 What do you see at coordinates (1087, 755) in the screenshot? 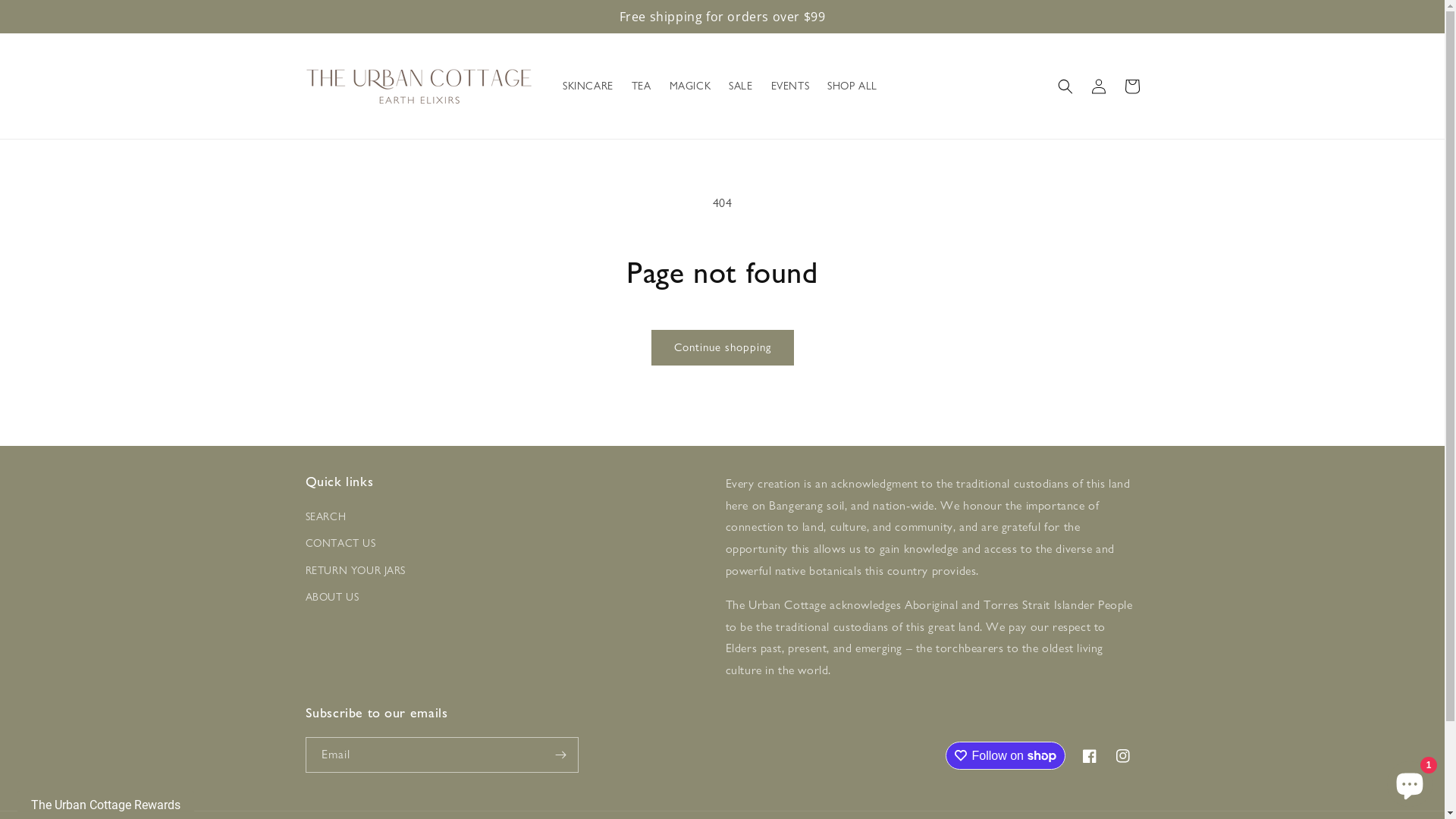
I see `'Facebook'` at bounding box center [1087, 755].